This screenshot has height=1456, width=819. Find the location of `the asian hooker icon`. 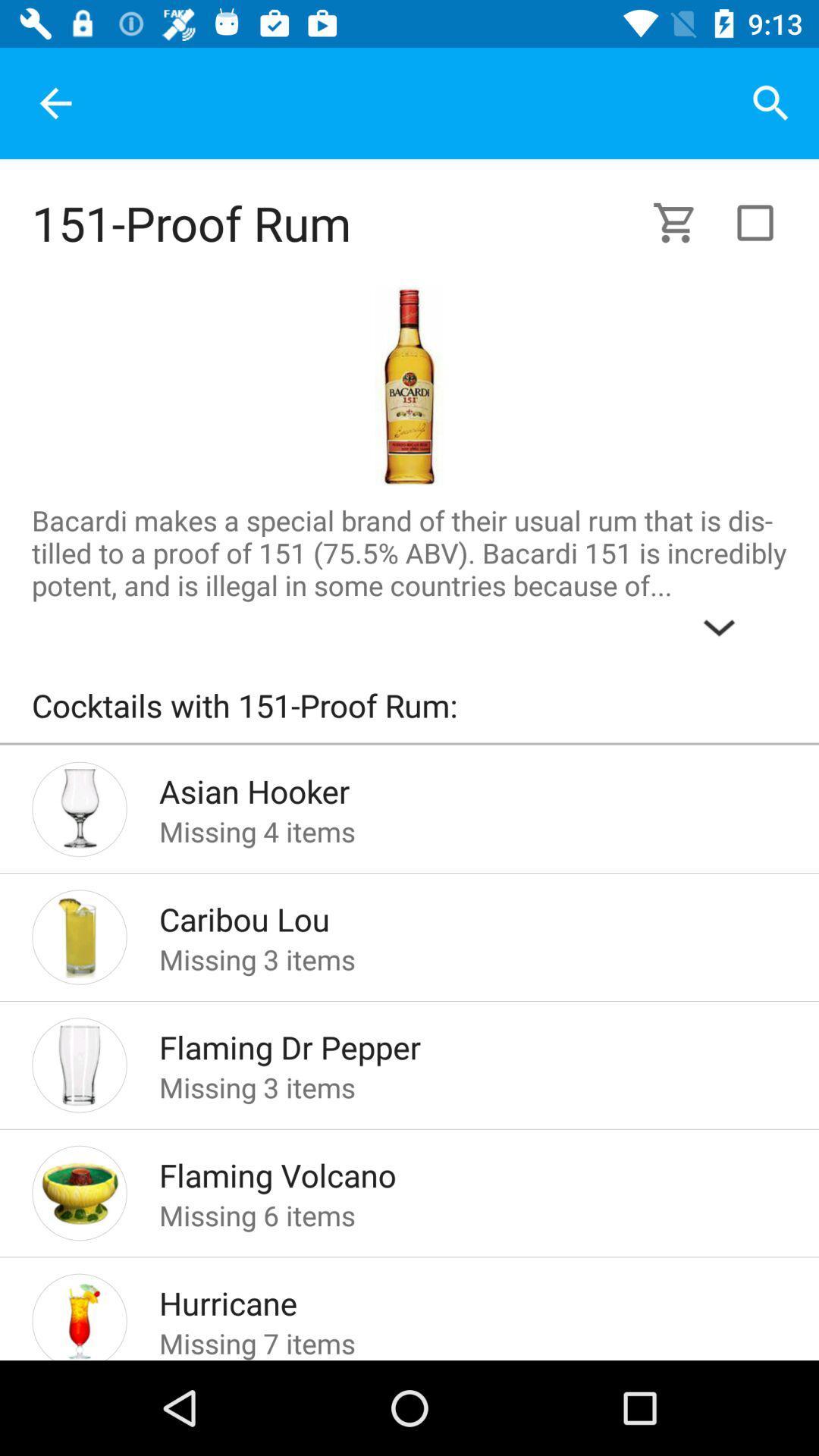

the asian hooker icon is located at coordinates (448, 786).